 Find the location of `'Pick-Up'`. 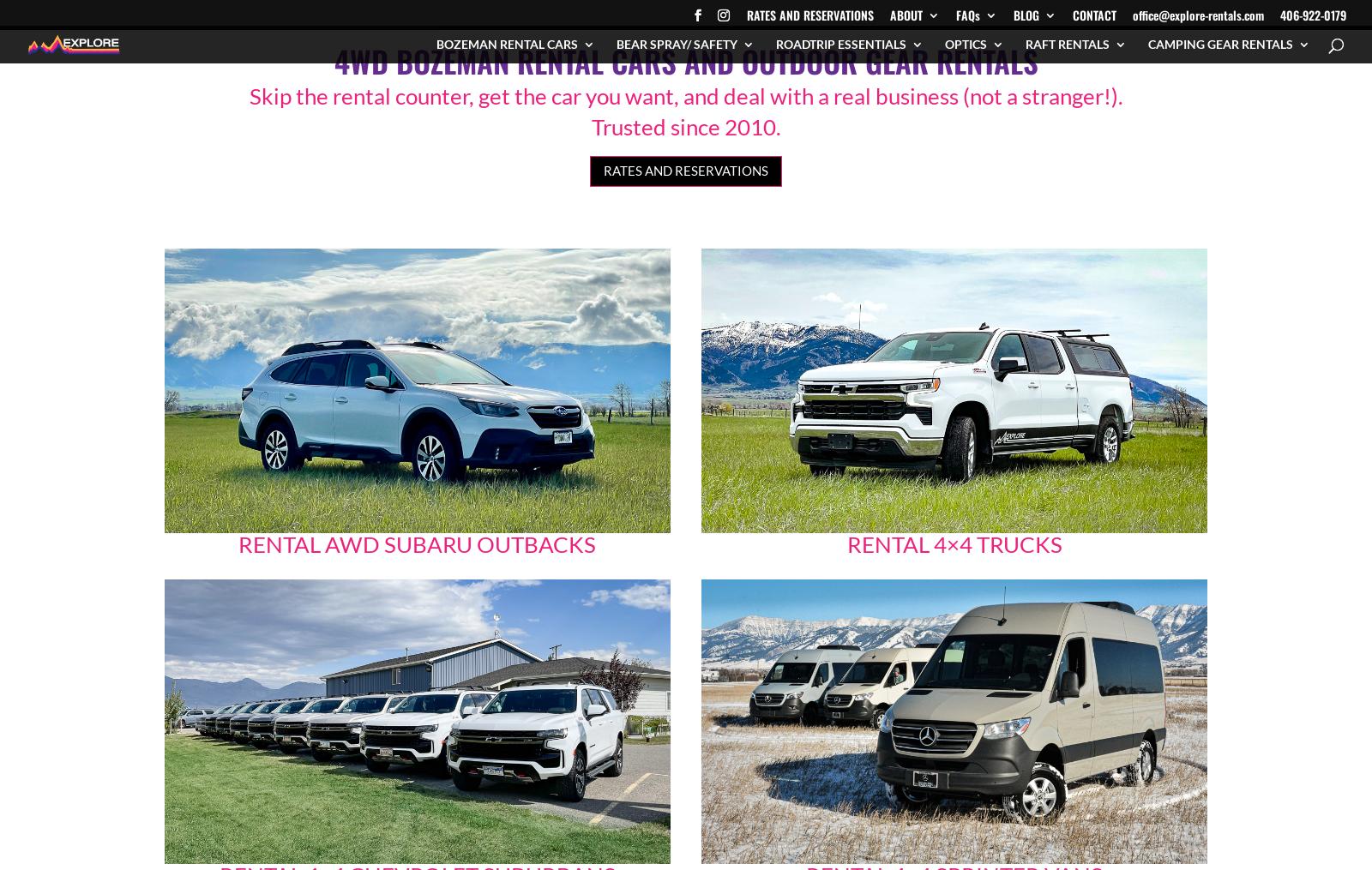

'Pick-Up' is located at coordinates (469, 431).